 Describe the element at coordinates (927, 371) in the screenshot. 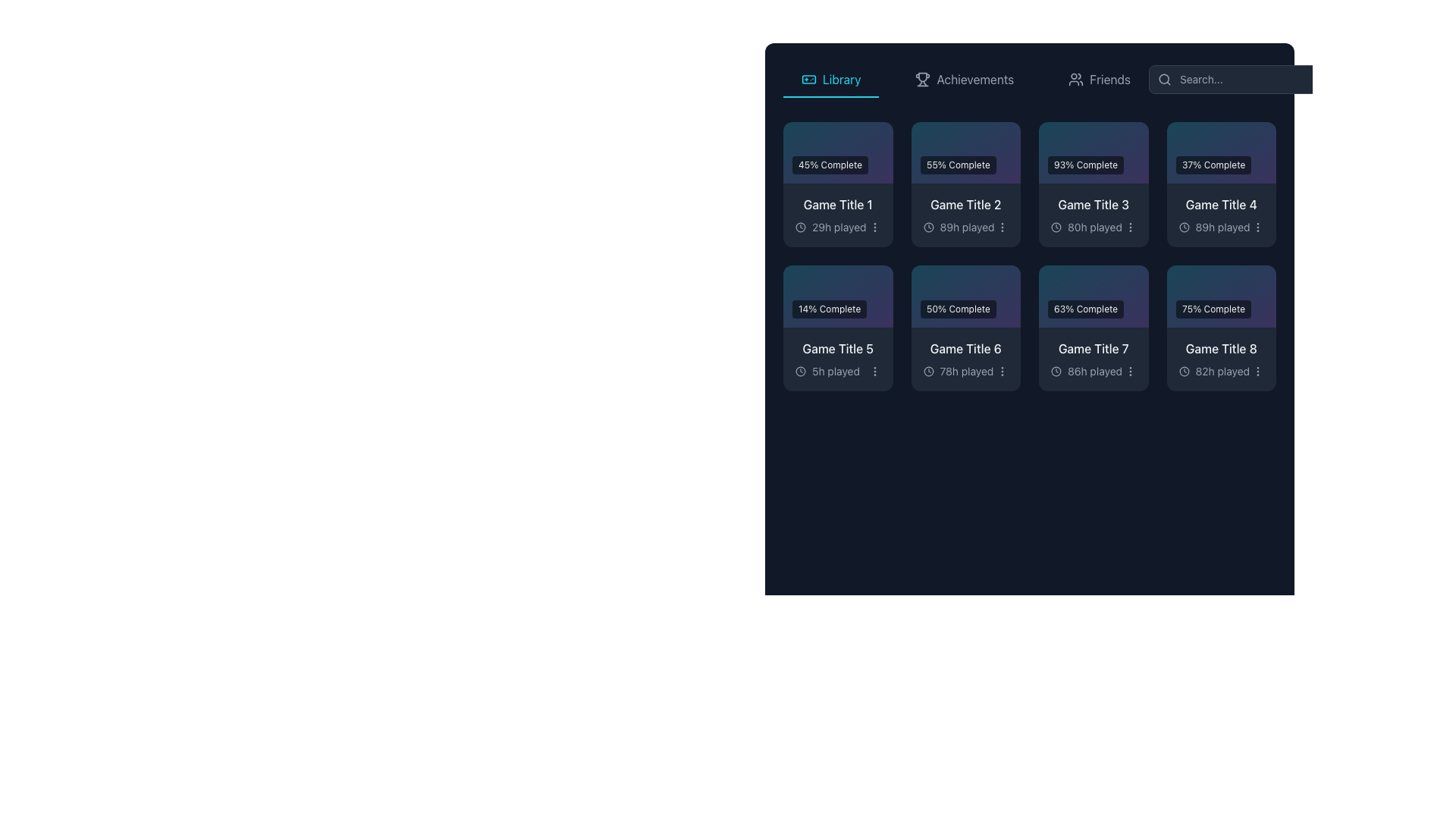

I see `the time-related indicator icon located to the left of the text '78h played' within the 'Game Title 6' card, as it serves as a non-interactive visual representation of playtime` at that location.